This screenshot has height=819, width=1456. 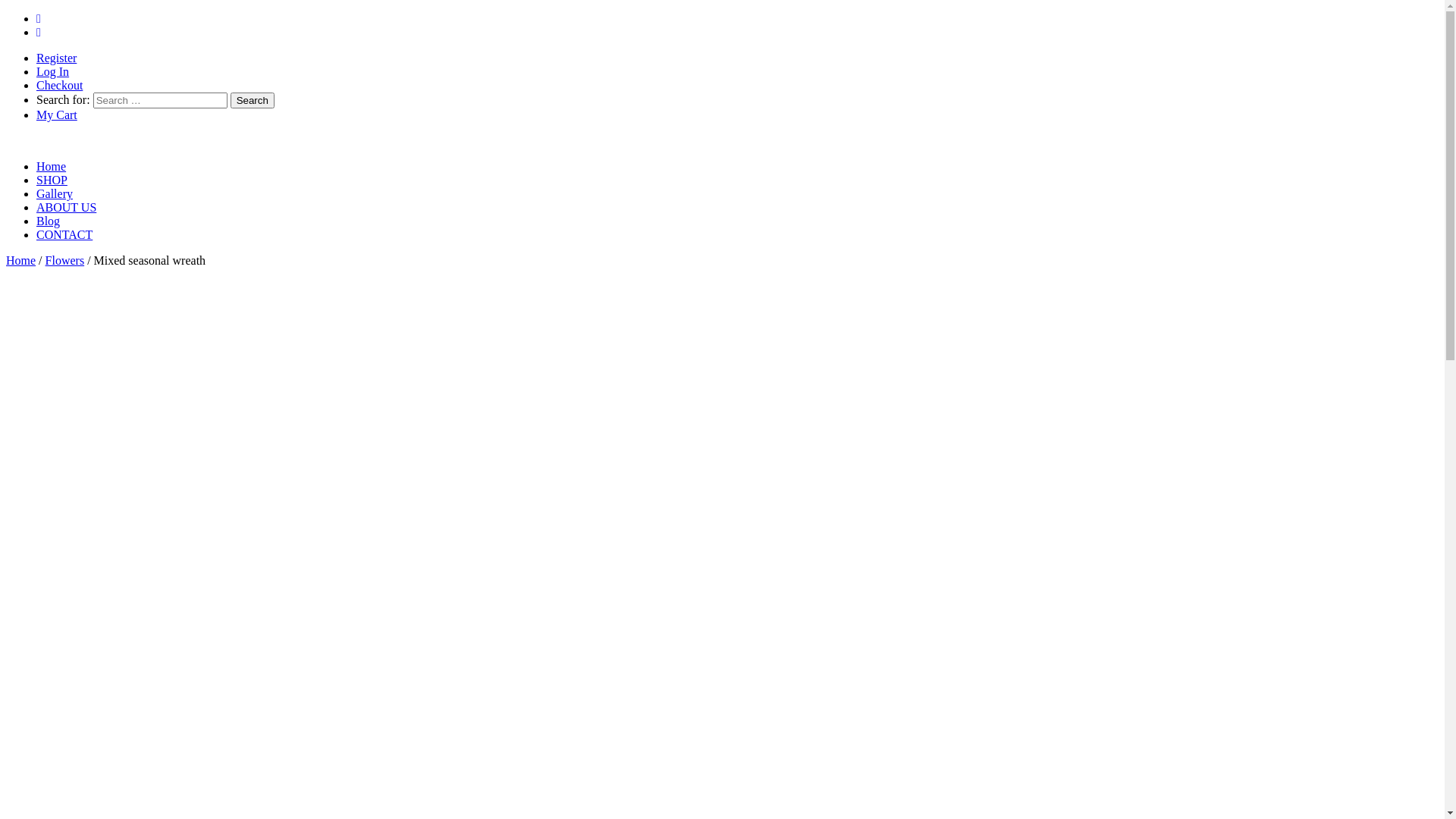 I want to click on 'Blog', so click(x=48, y=221).